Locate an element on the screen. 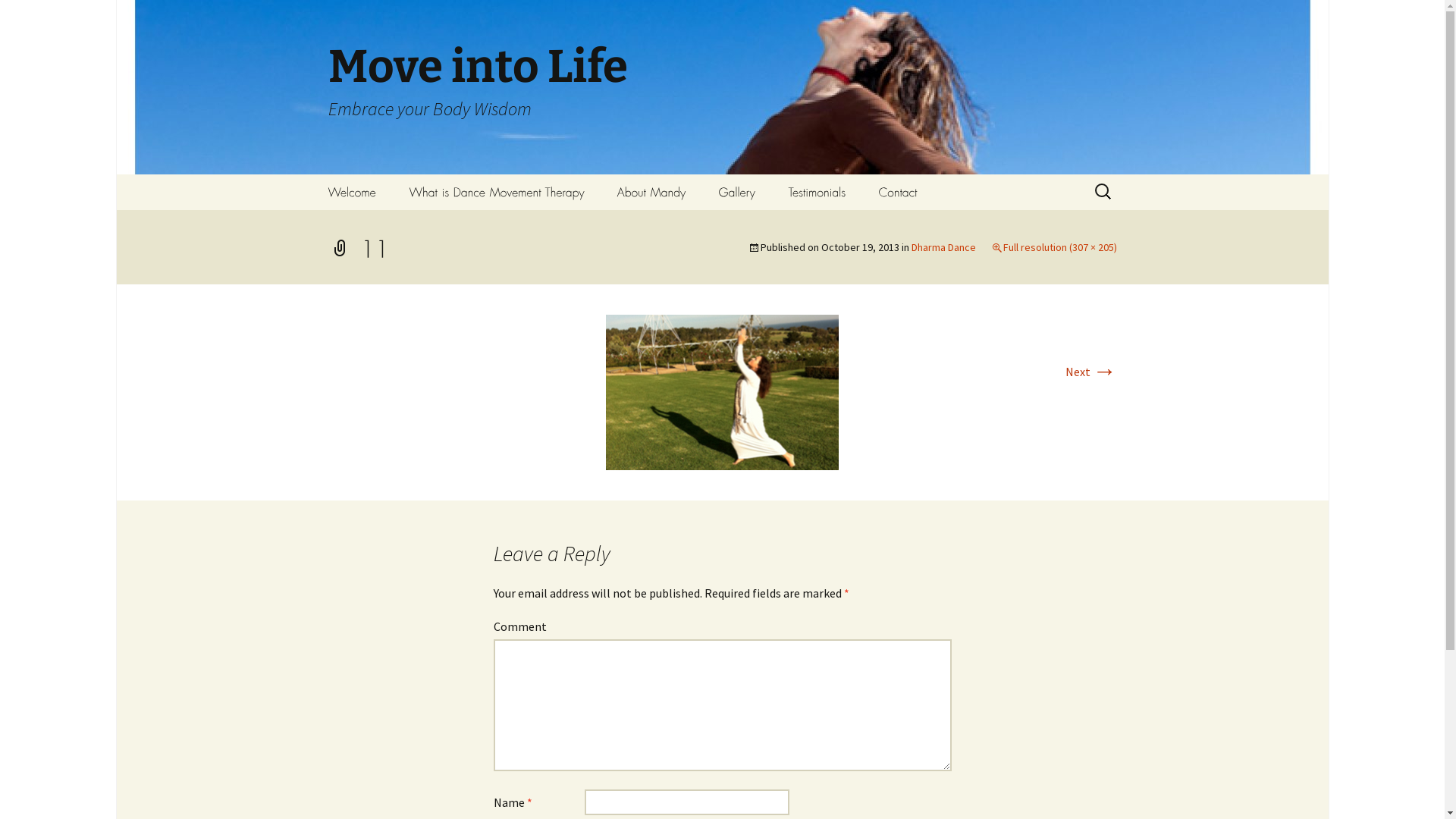  '11' is located at coordinates (604, 390).